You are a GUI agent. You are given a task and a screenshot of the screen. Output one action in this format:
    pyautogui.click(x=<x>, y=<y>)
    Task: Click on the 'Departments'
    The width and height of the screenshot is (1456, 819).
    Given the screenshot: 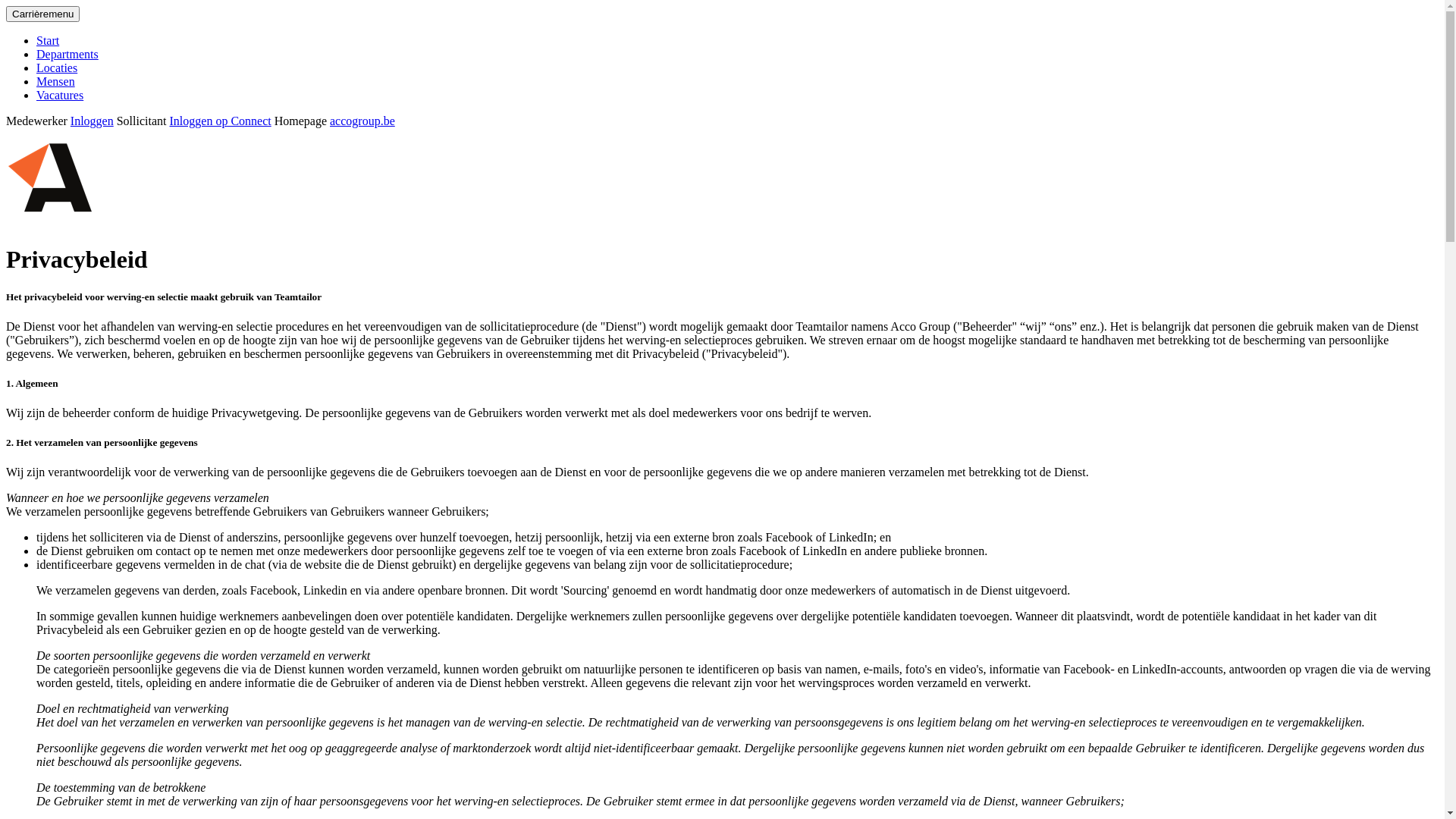 What is the action you would take?
    pyautogui.click(x=67, y=53)
    